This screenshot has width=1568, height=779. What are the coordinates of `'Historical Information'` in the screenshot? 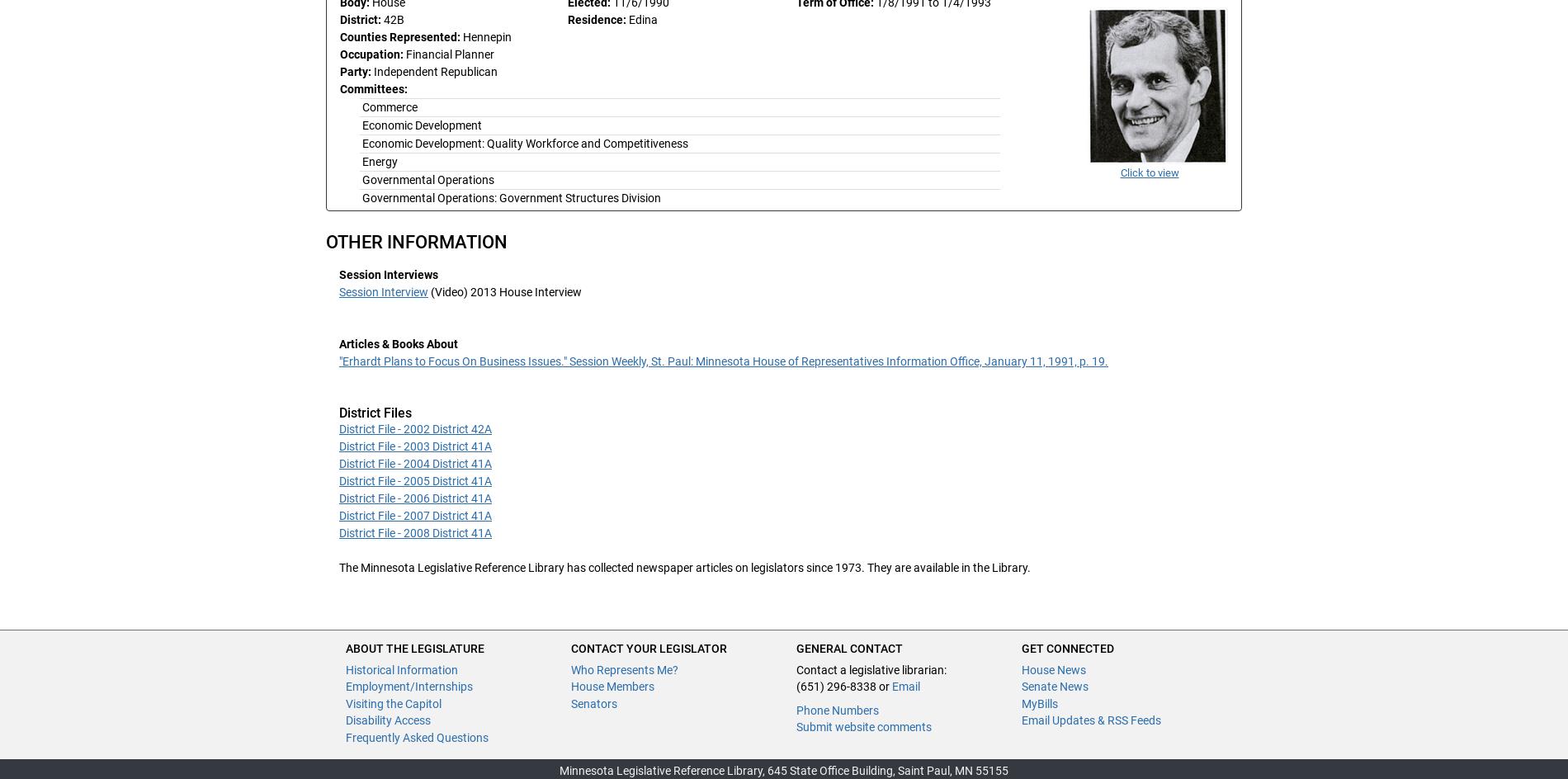 It's located at (401, 668).